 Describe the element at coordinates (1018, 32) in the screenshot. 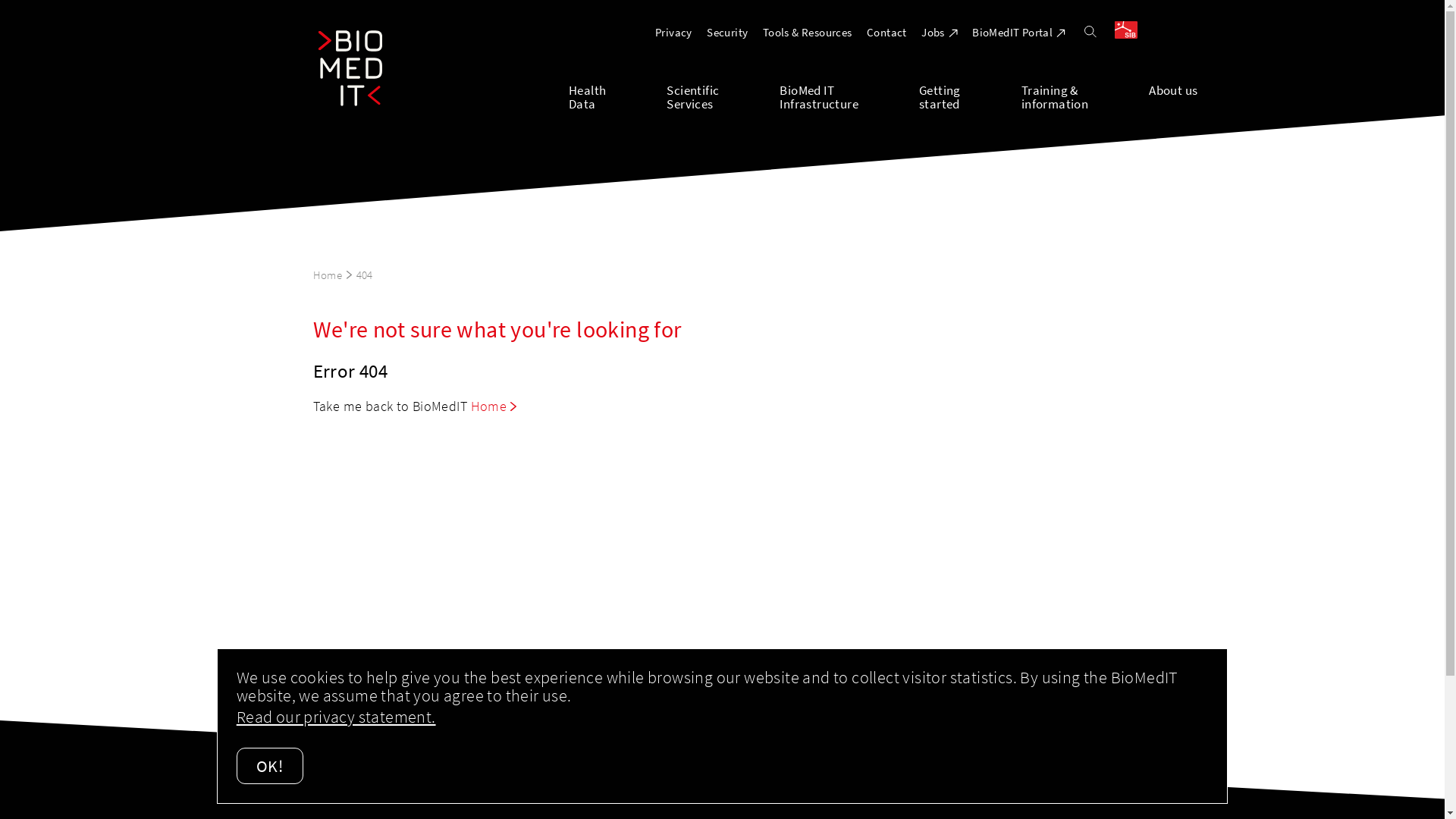

I see `'BioMedIT Portal'` at that location.